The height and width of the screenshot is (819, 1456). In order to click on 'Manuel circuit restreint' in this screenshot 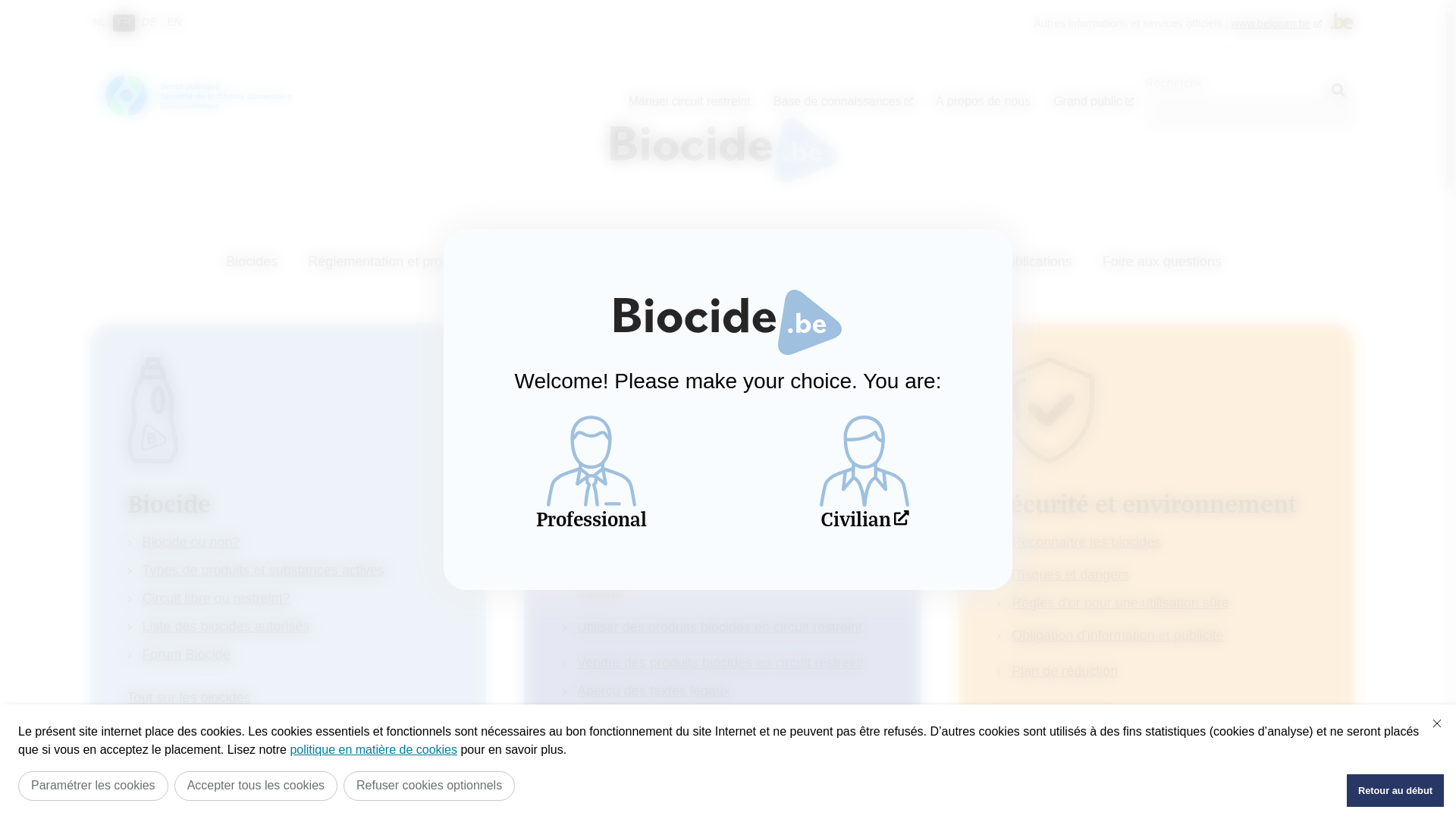, I will do `click(689, 102)`.